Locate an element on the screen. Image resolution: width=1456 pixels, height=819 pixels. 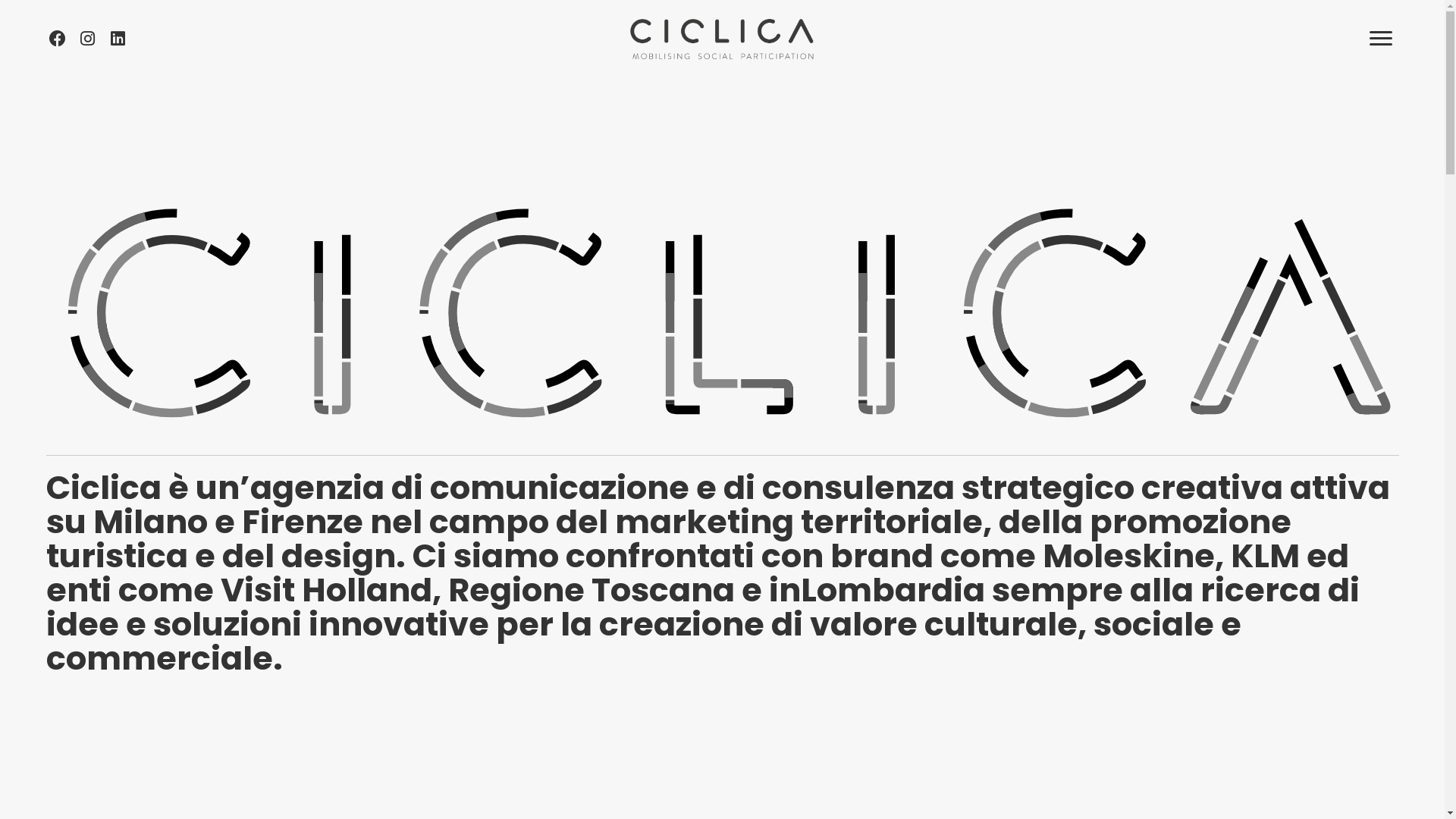
'Instagram' is located at coordinates (86, 37).